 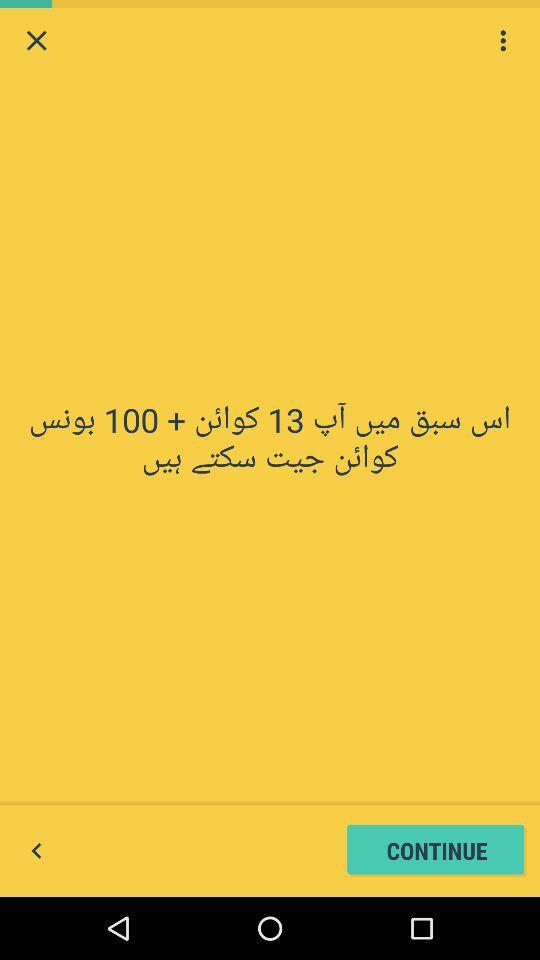 What do you see at coordinates (502, 39) in the screenshot?
I see `show more options` at bounding box center [502, 39].